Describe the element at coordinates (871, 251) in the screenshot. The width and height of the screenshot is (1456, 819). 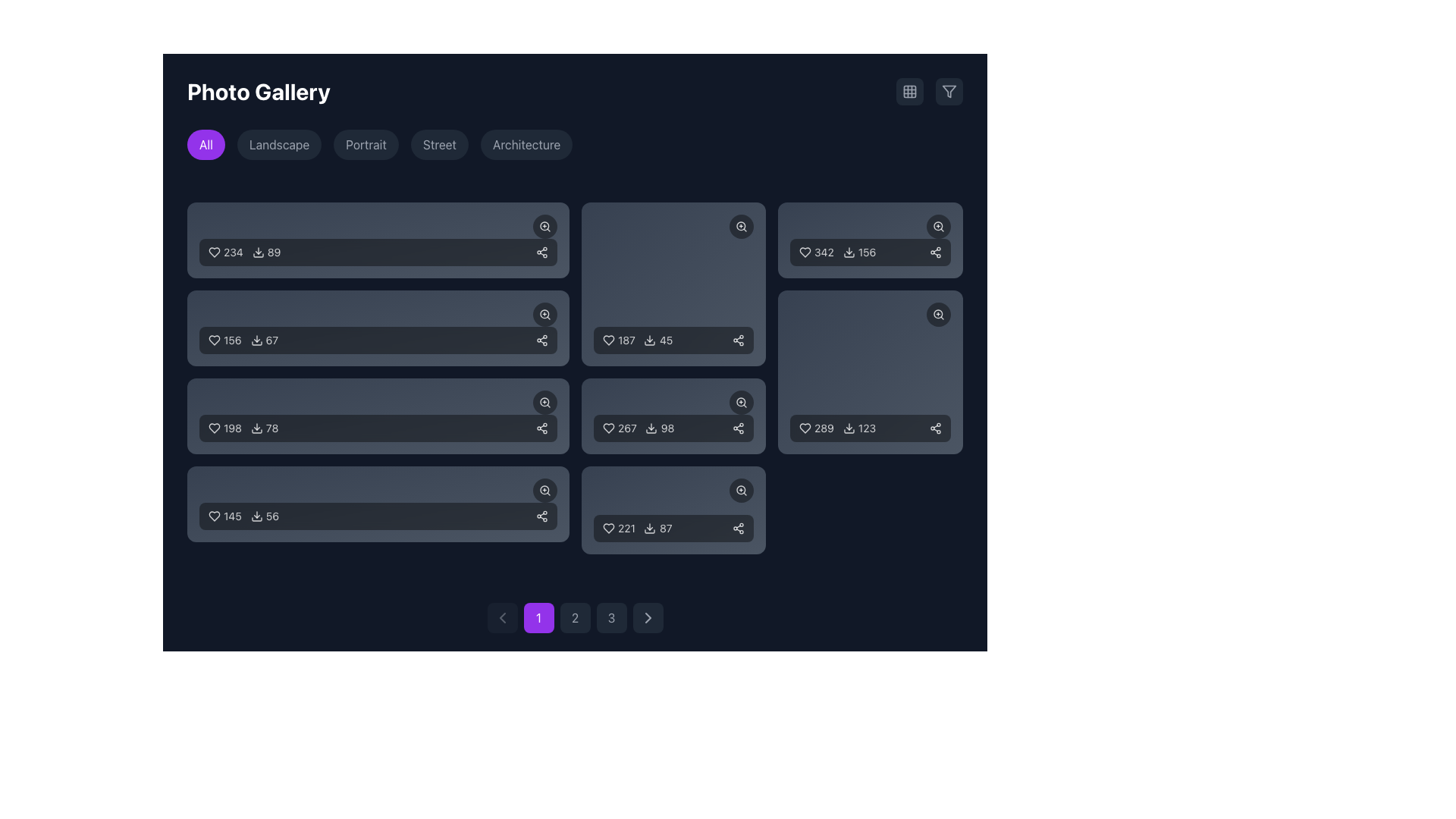
I see `the Info display tile that shows 'likes', 'downloads', and 'shares' with a dark semi-transparent background and rounded corners` at that location.